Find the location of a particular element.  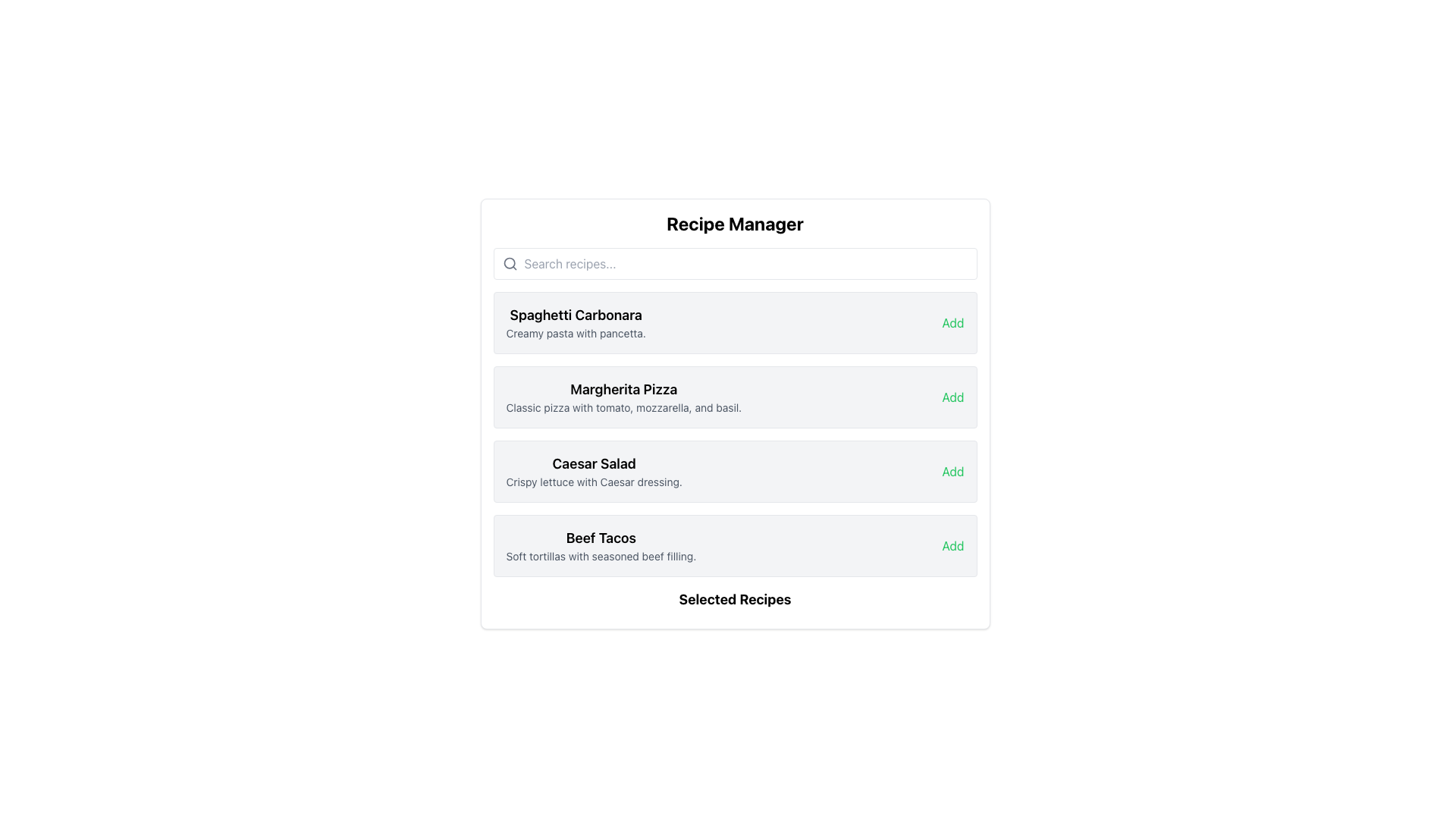

the text label indicating 'Margherita Pizza', which serves as the title for this menu item is located at coordinates (623, 388).